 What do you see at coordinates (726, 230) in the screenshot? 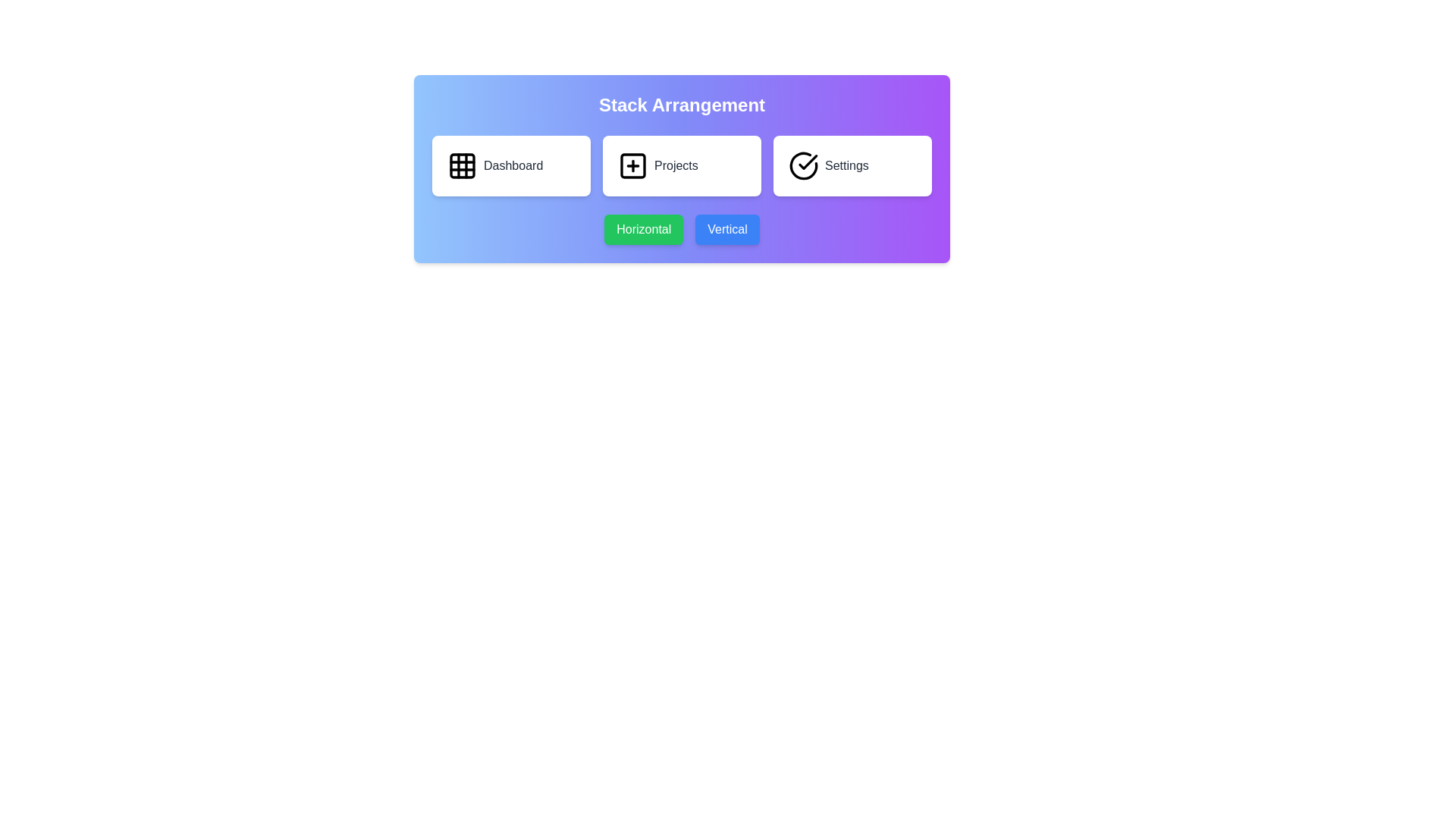
I see `the 'Vertical' button, which is a rectangular button with a blue background and white text` at bounding box center [726, 230].